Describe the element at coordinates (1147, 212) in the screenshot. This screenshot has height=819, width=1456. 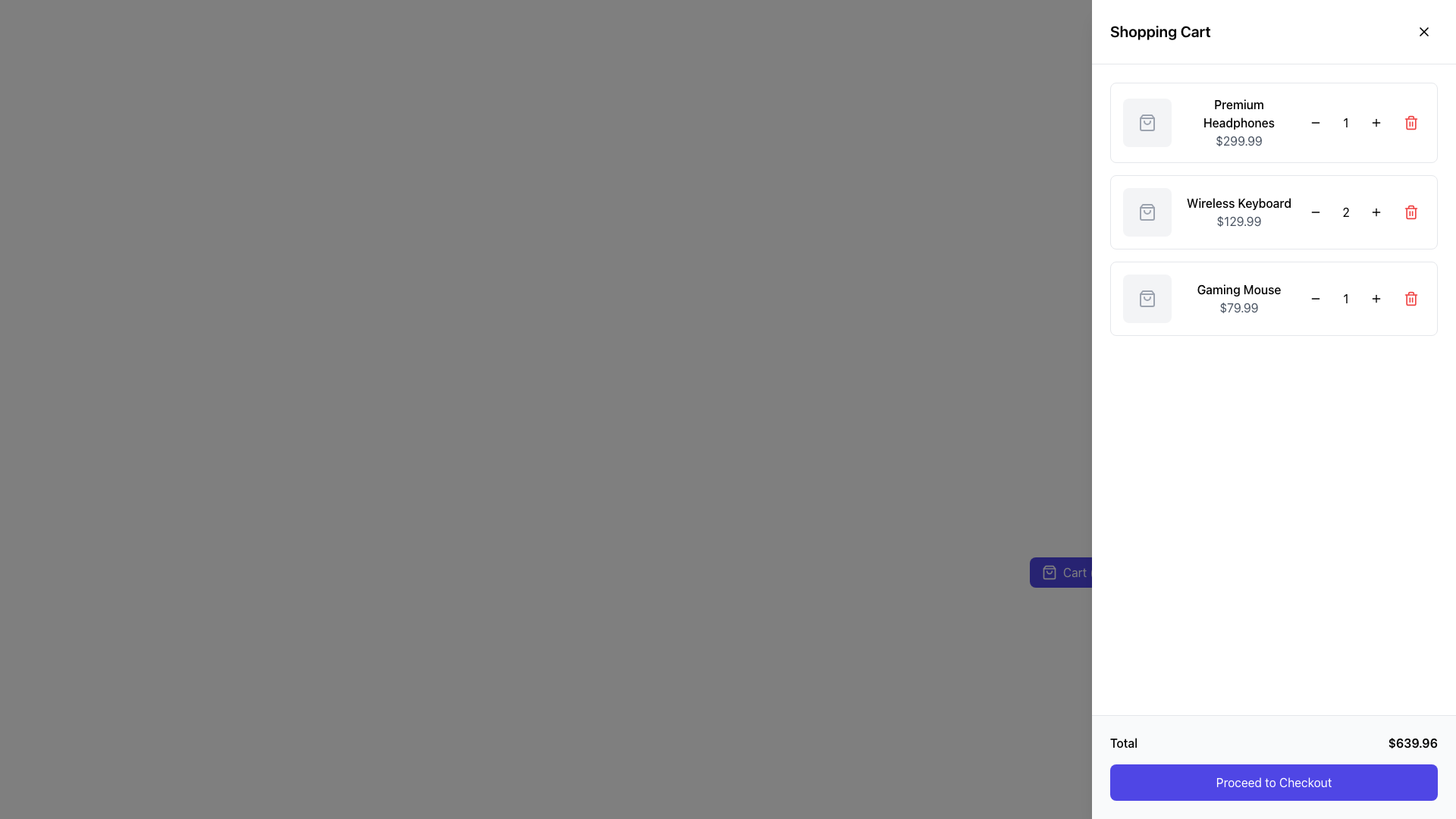
I see `the shopping bag icon representing the 'Wireless Keyboard' in the shopping cart, positioned between the item's title and quantity controls` at that location.